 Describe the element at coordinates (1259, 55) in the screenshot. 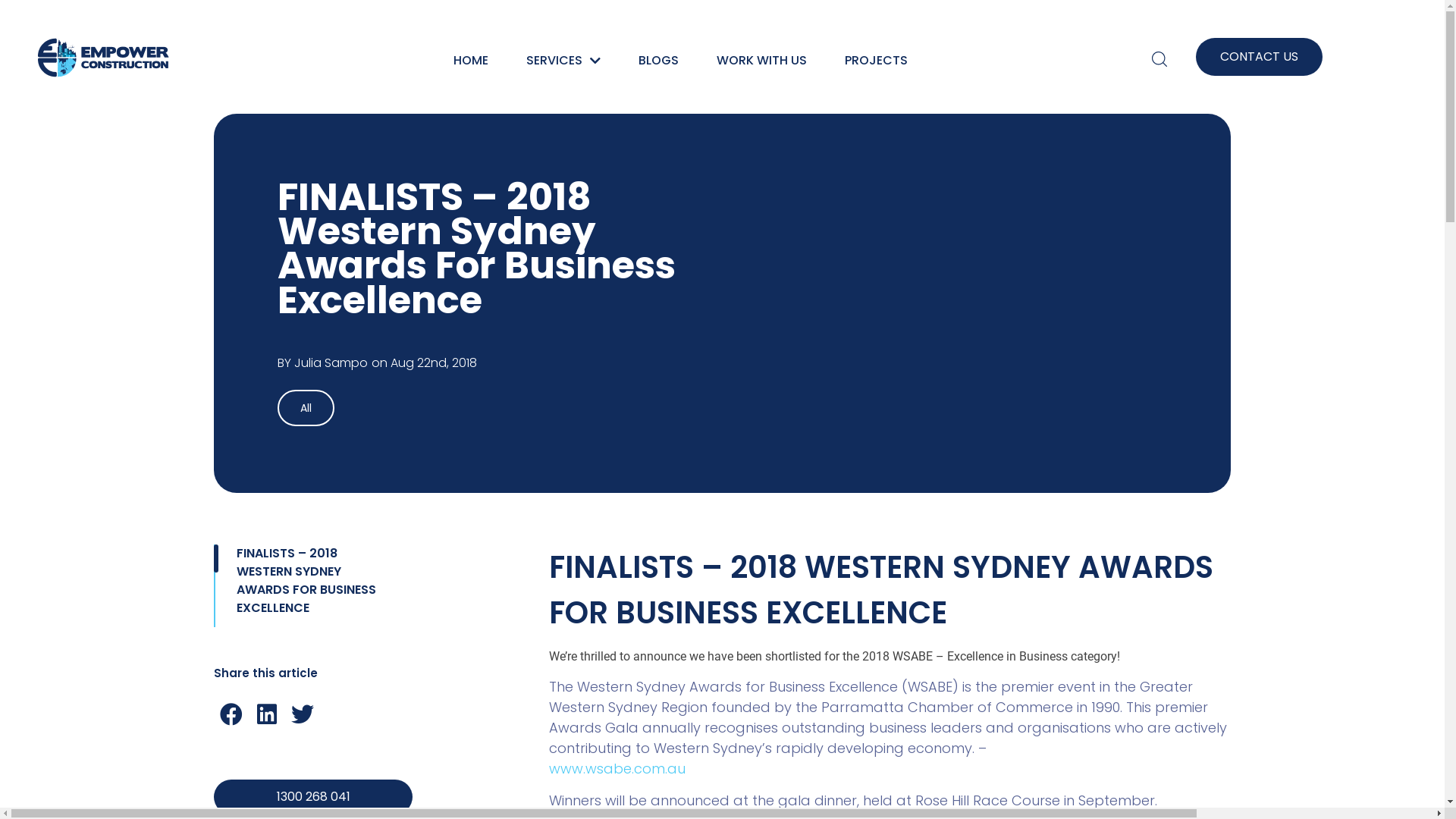

I see `'CONTACT US'` at that location.